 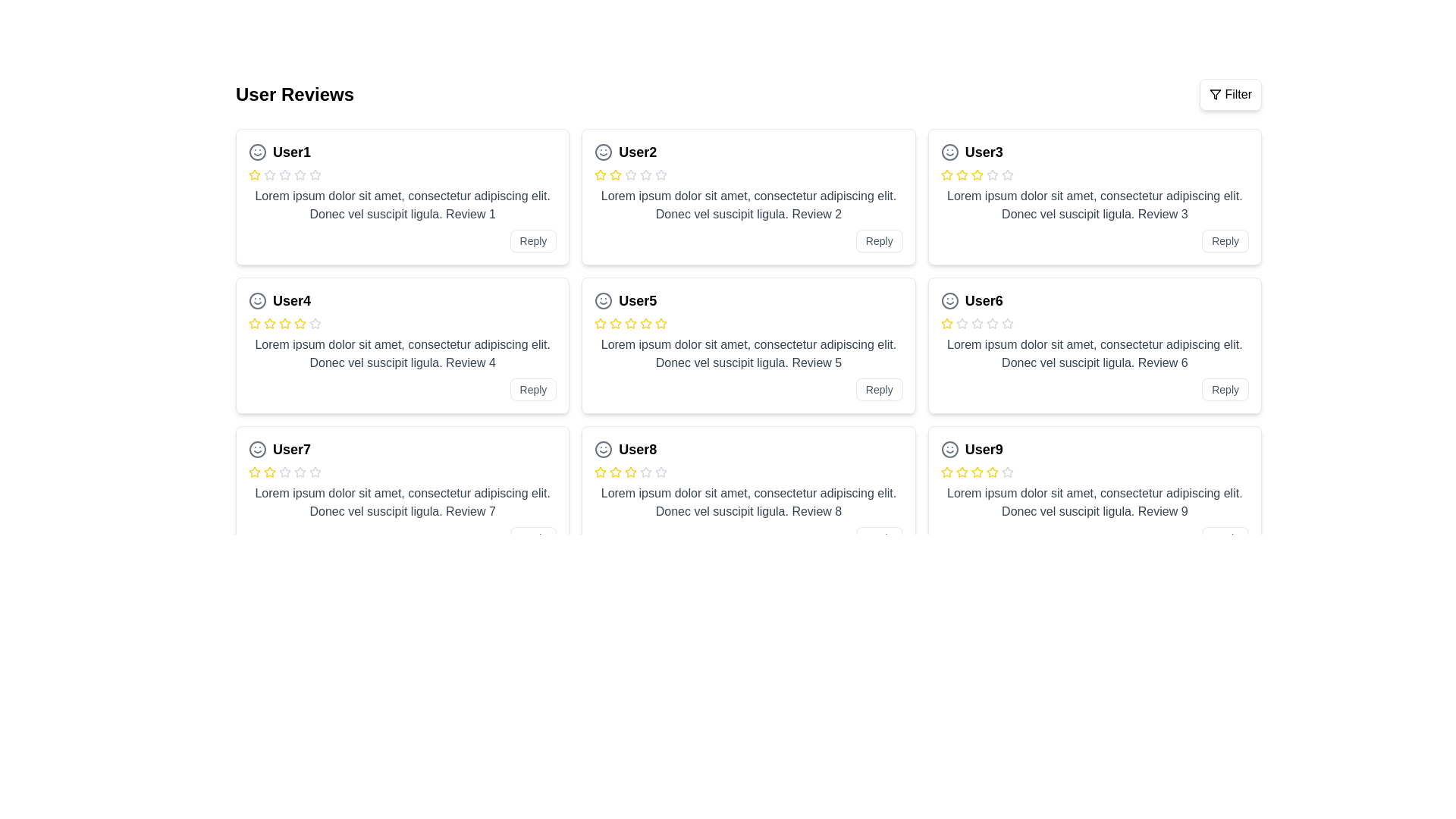 I want to click on the yellow star-shaped icon indicating the first star in the rating system for 'User1' in the top left card of the review grid, so click(x=255, y=174).